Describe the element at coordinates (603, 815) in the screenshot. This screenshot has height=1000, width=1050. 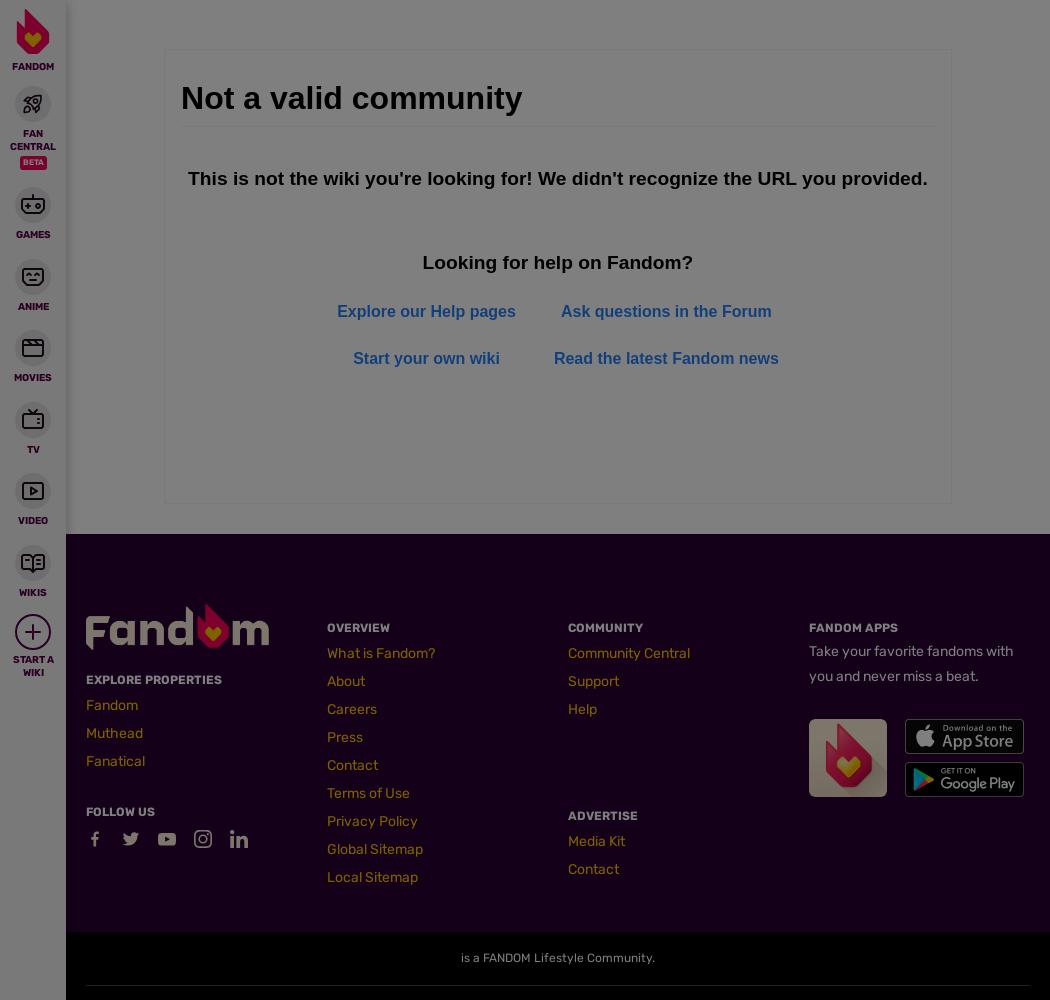
I see `'Advertise'` at that location.